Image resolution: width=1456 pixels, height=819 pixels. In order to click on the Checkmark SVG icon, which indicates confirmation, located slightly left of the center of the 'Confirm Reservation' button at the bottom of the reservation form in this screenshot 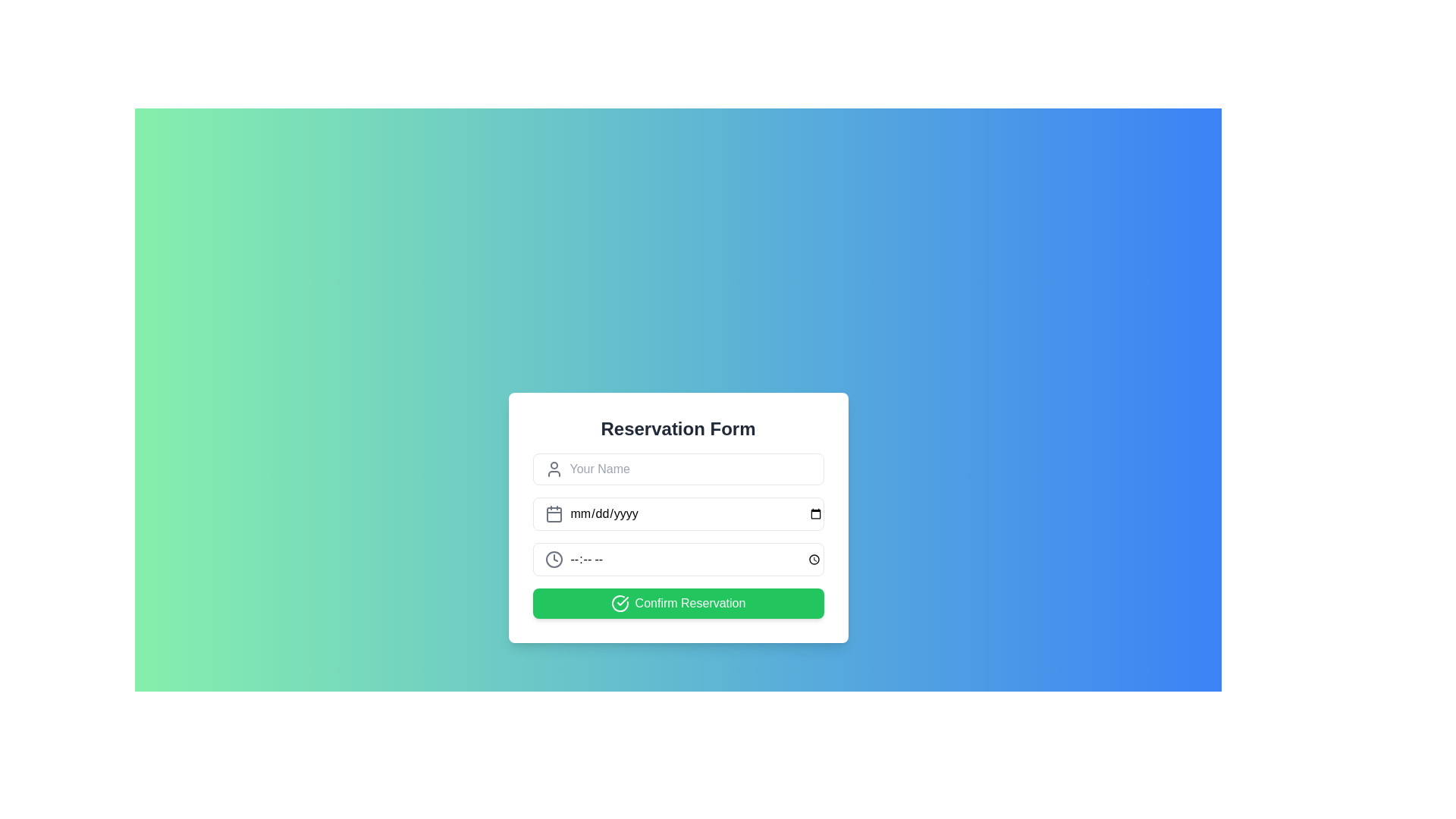, I will do `click(620, 602)`.